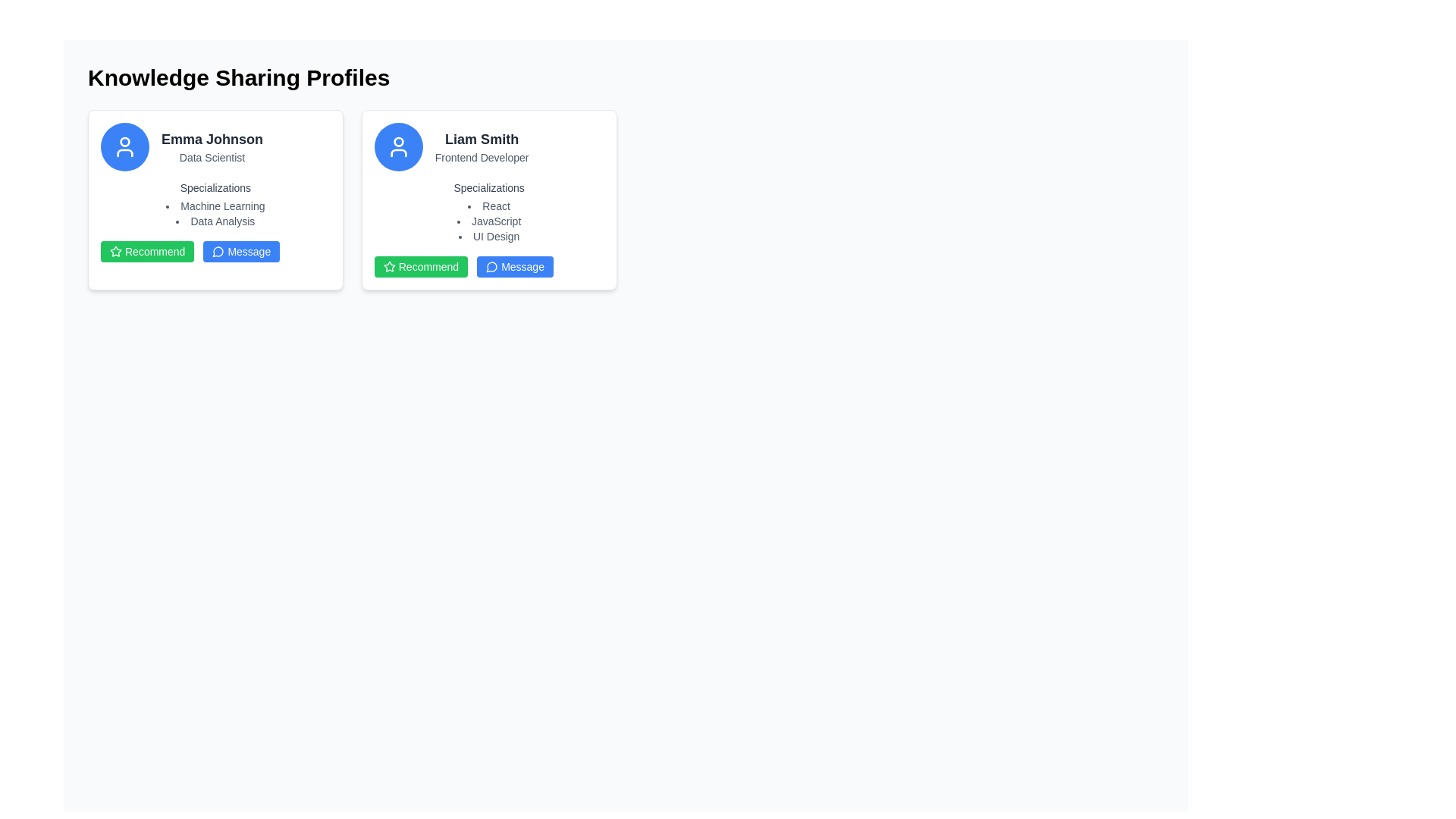  I want to click on the outlined star icon used for ratings, located to the left of the 'Recommend' text within the 'Recommend' button on Emma Johnson's profile card, so click(115, 250).